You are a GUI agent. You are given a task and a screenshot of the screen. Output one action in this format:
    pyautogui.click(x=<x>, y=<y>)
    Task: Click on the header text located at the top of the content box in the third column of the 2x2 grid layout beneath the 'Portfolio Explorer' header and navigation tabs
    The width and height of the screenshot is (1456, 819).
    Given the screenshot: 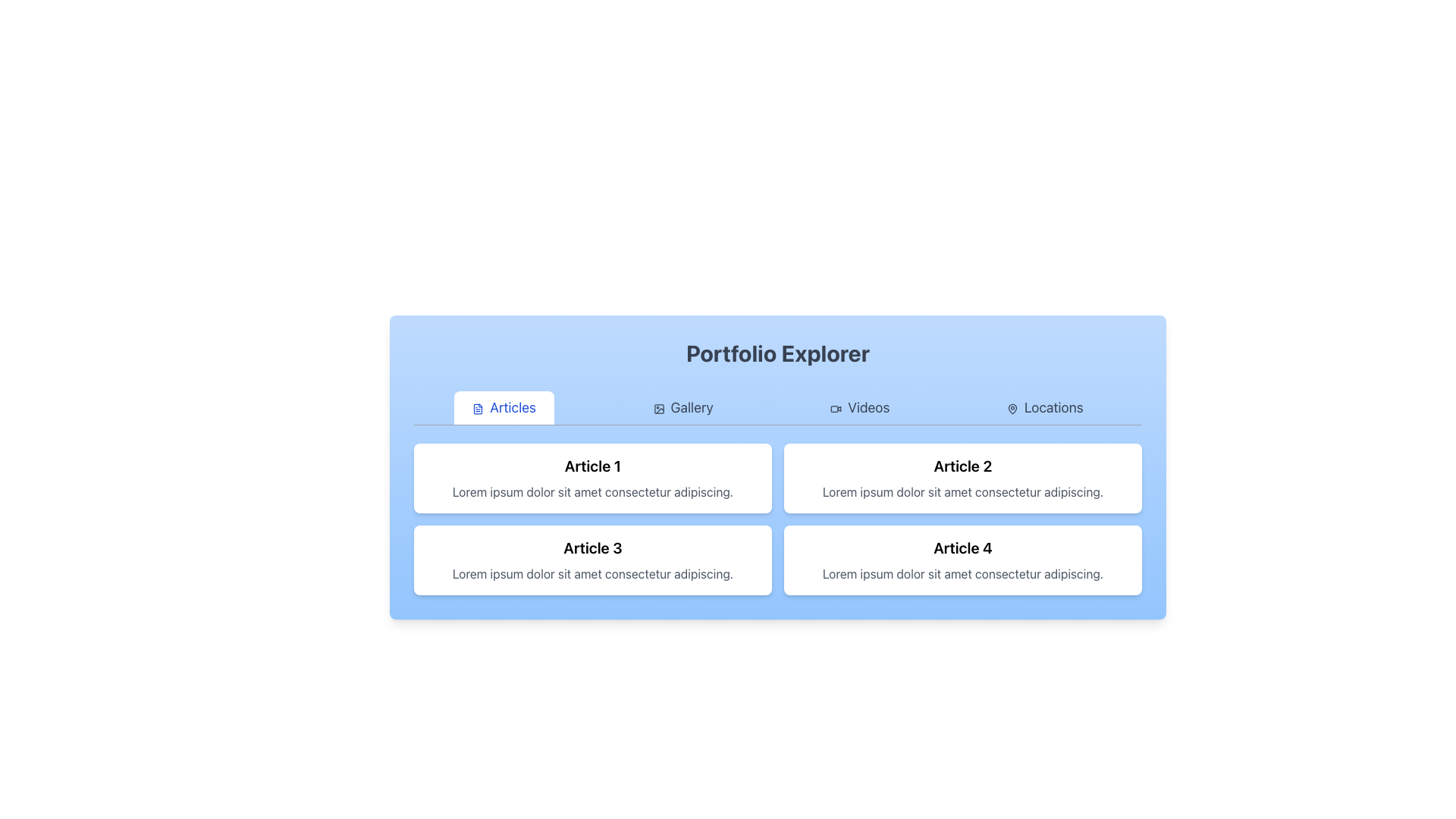 What is the action you would take?
    pyautogui.click(x=592, y=548)
    